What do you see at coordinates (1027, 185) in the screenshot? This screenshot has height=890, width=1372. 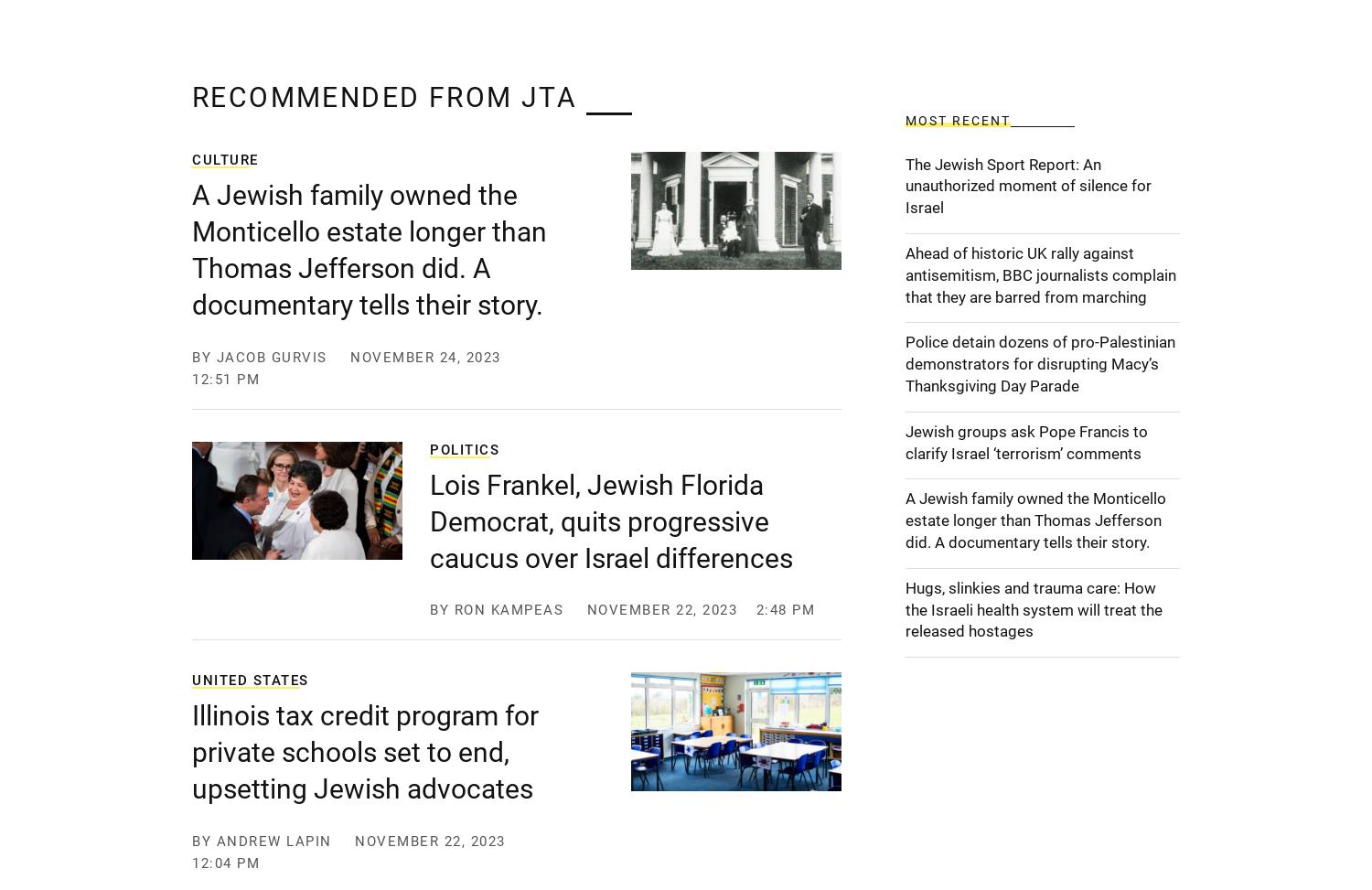 I see `'The Jewish Sport Report: An unauthorized moment of silence for Israel'` at bounding box center [1027, 185].